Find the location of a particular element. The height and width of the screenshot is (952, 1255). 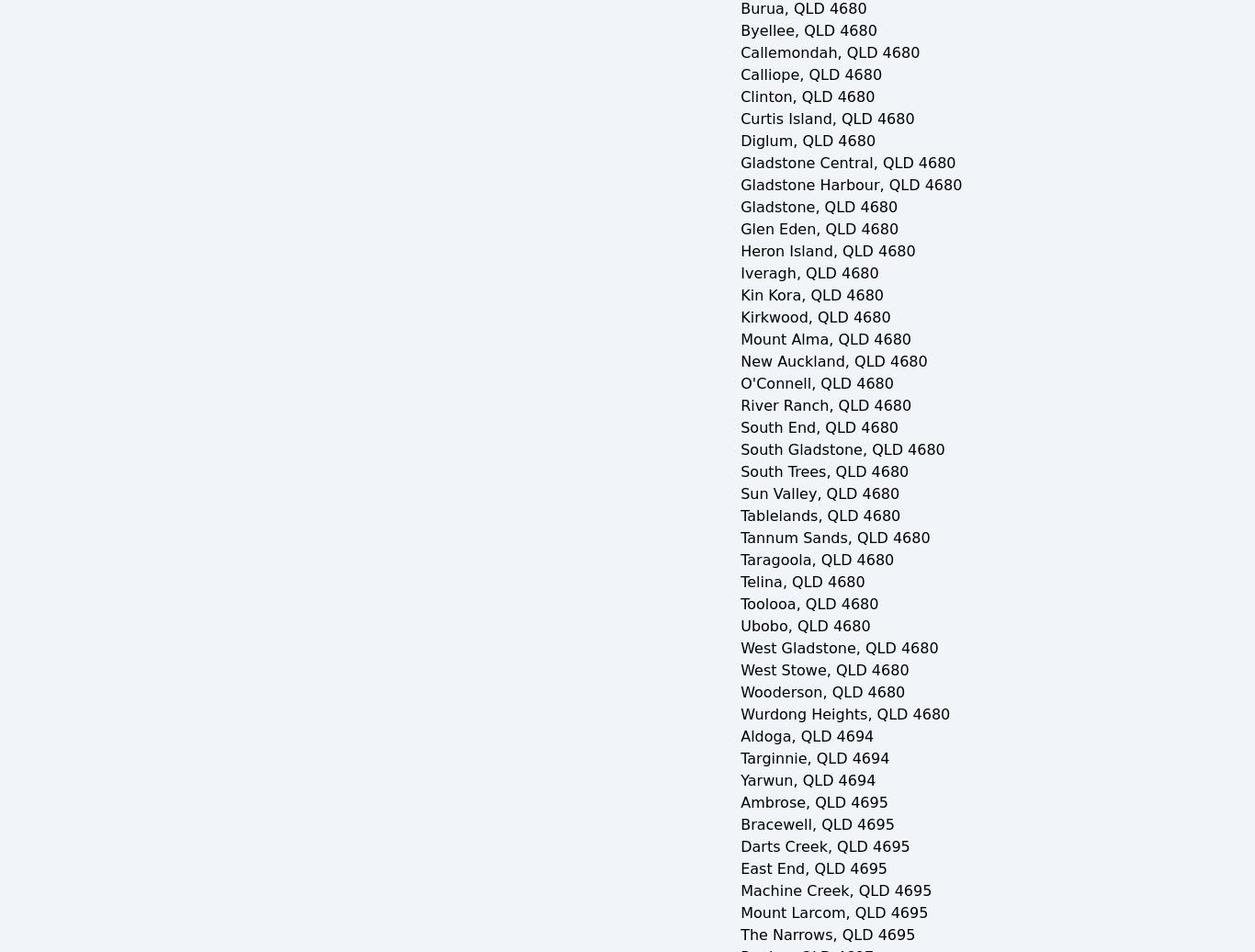

'Telina, QLD 4680' is located at coordinates (739, 581).